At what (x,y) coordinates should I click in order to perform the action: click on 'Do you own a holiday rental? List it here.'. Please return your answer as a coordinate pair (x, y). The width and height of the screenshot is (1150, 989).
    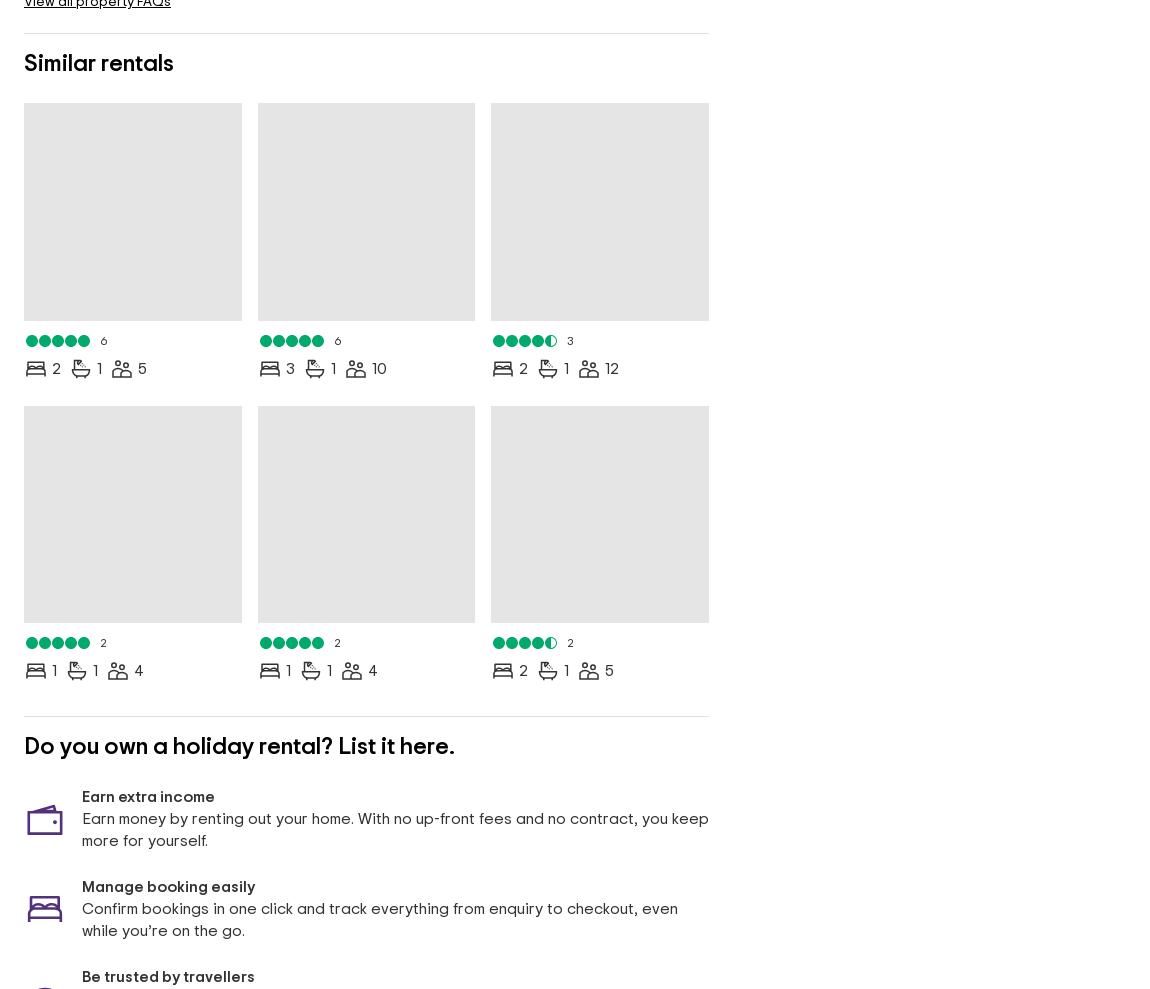
    Looking at the image, I should click on (238, 746).